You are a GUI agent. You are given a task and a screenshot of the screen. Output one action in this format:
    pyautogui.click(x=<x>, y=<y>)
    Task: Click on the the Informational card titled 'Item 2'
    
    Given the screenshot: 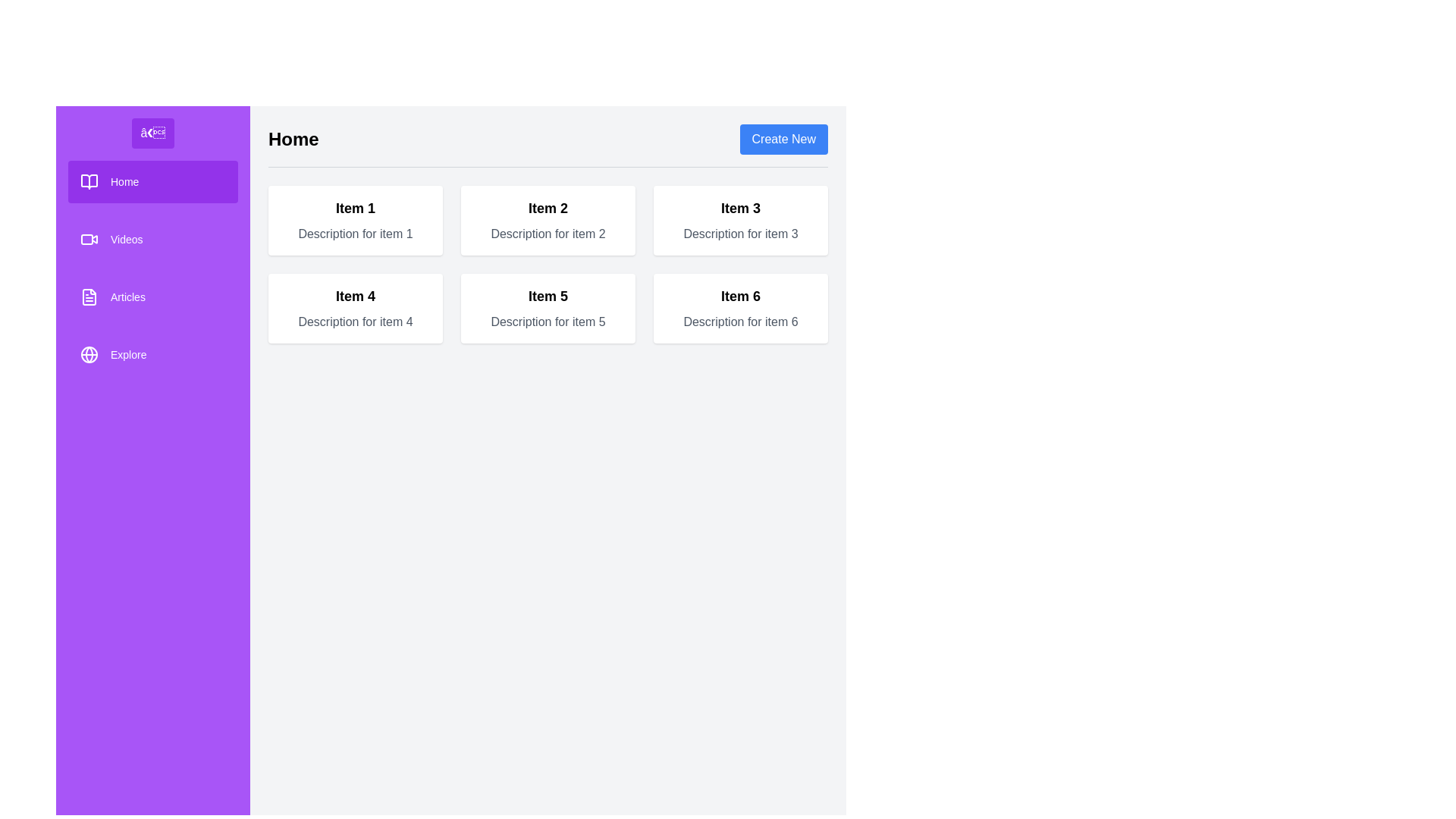 What is the action you would take?
    pyautogui.click(x=548, y=220)
    